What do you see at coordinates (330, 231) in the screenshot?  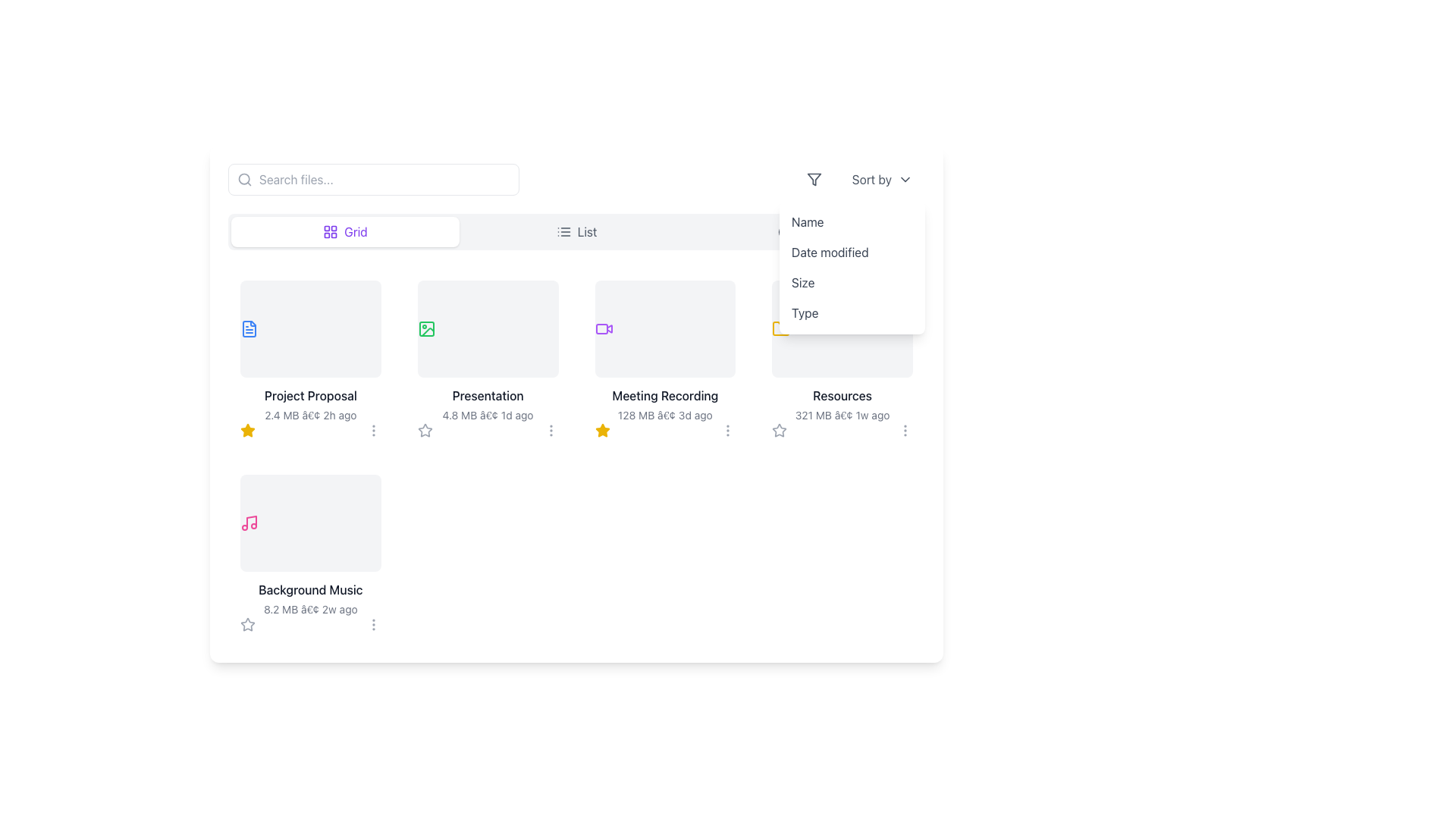 I see `the 'Grid' button which contains the SVG-based graphic icon to switch to the grid layout` at bounding box center [330, 231].